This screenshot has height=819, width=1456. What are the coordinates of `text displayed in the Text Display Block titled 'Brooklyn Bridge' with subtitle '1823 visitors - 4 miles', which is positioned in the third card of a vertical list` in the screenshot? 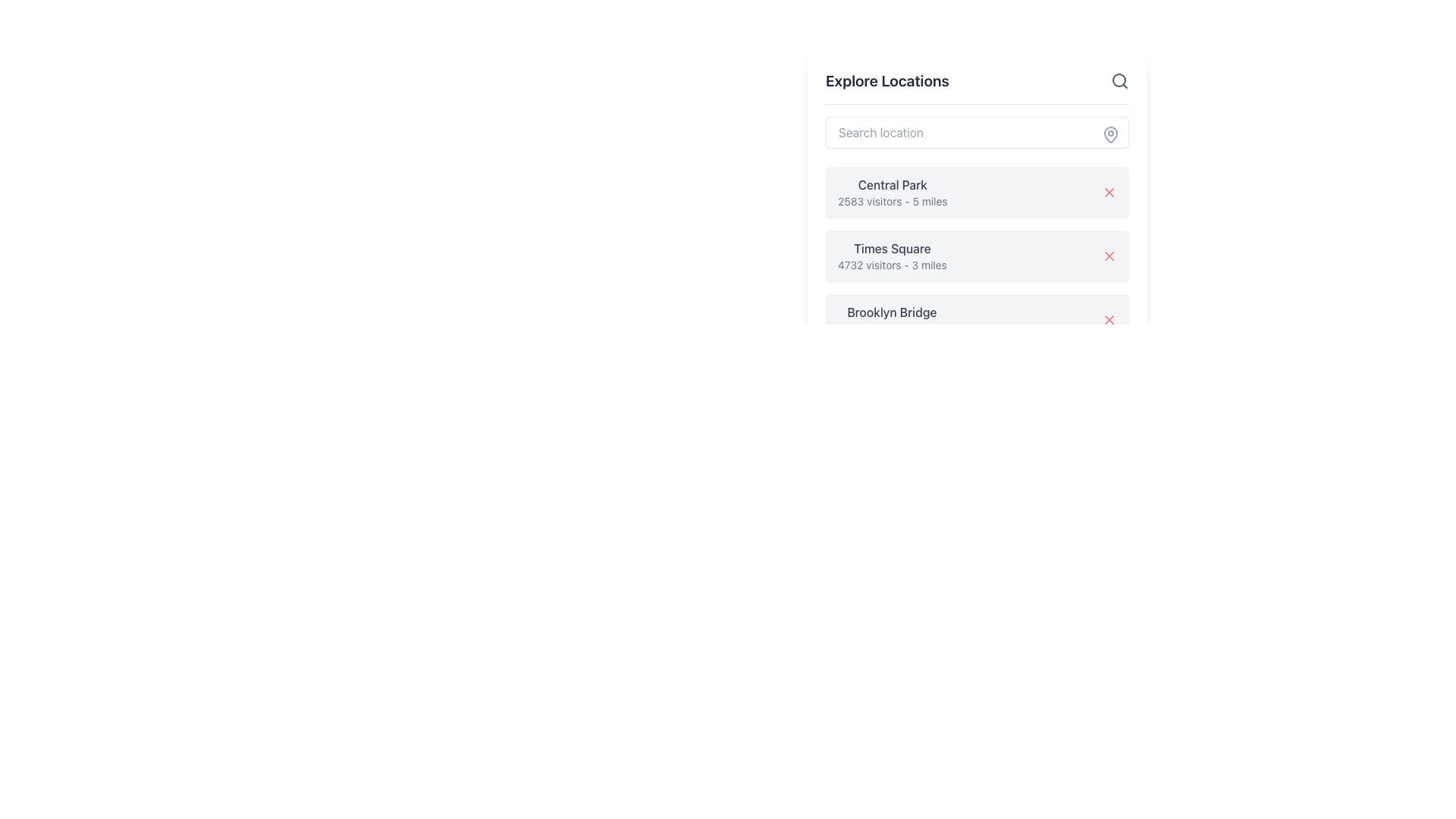 It's located at (892, 318).